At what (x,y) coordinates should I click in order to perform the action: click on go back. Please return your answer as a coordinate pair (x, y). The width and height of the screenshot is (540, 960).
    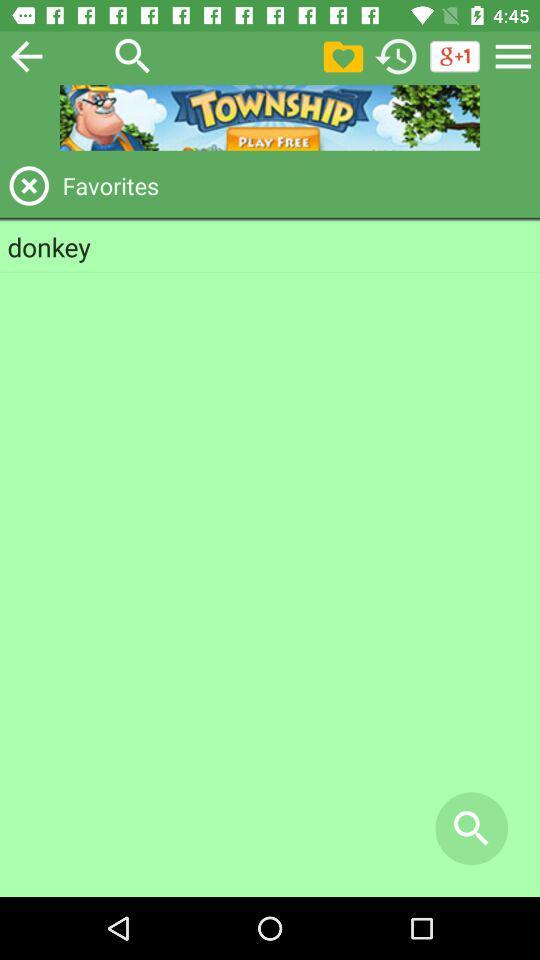
    Looking at the image, I should click on (25, 55).